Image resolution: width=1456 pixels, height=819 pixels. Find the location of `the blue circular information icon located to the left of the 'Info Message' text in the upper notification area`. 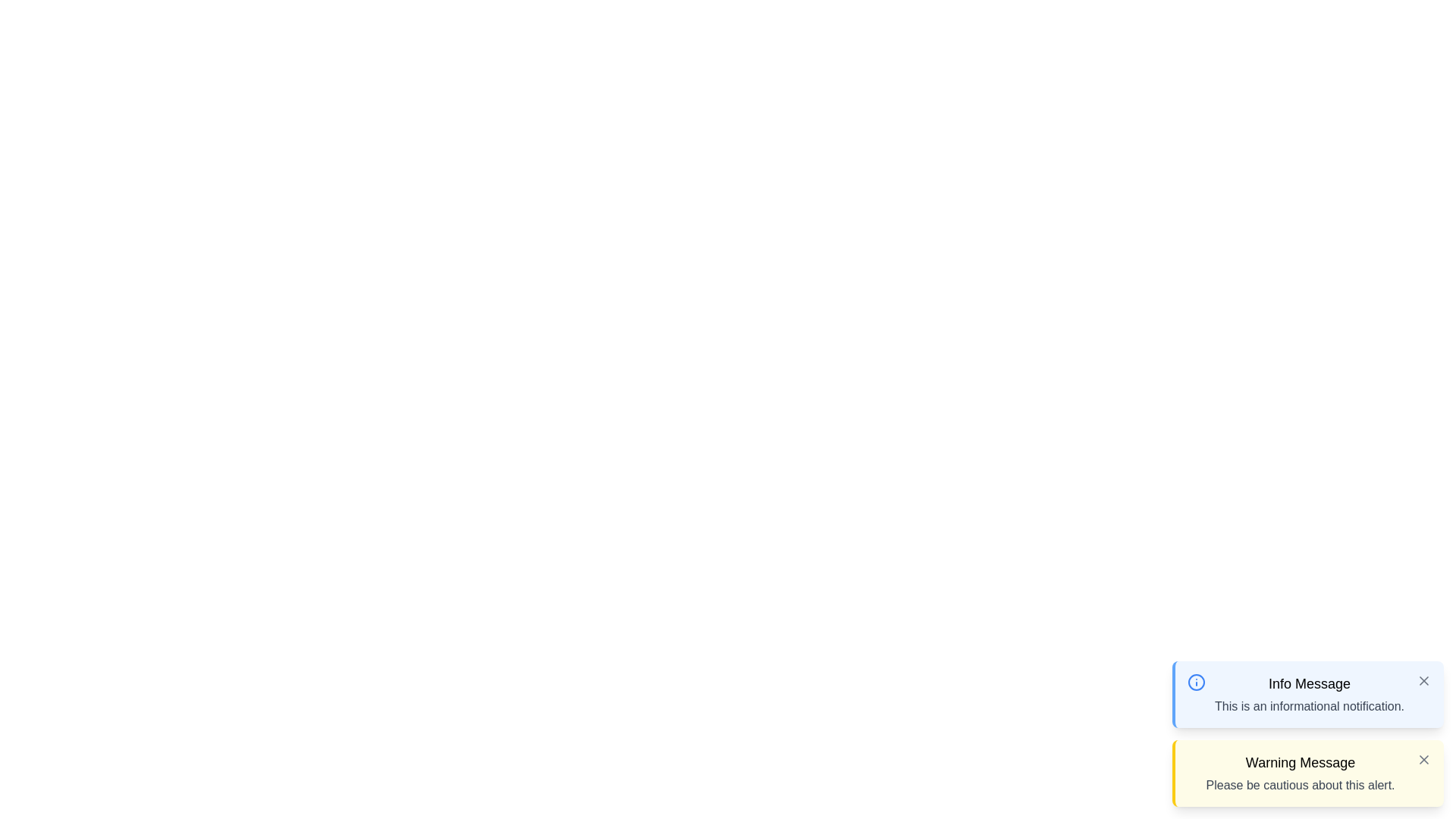

the blue circular information icon located to the left of the 'Info Message' text in the upper notification area is located at coordinates (1196, 681).